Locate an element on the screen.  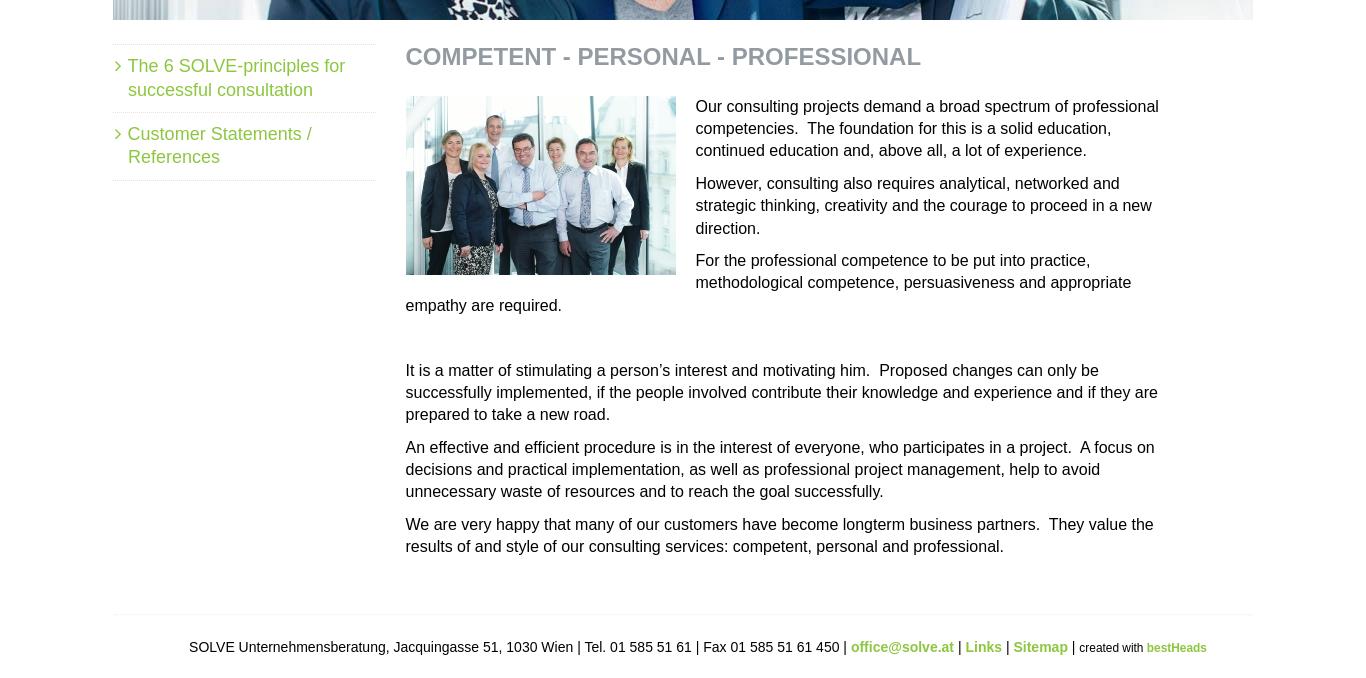
'Our consulting projects demand a broad spectrum of professional competencies.  The foundation for this is a solid education, continued education and, above all, a lot of experience.' is located at coordinates (926, 127).